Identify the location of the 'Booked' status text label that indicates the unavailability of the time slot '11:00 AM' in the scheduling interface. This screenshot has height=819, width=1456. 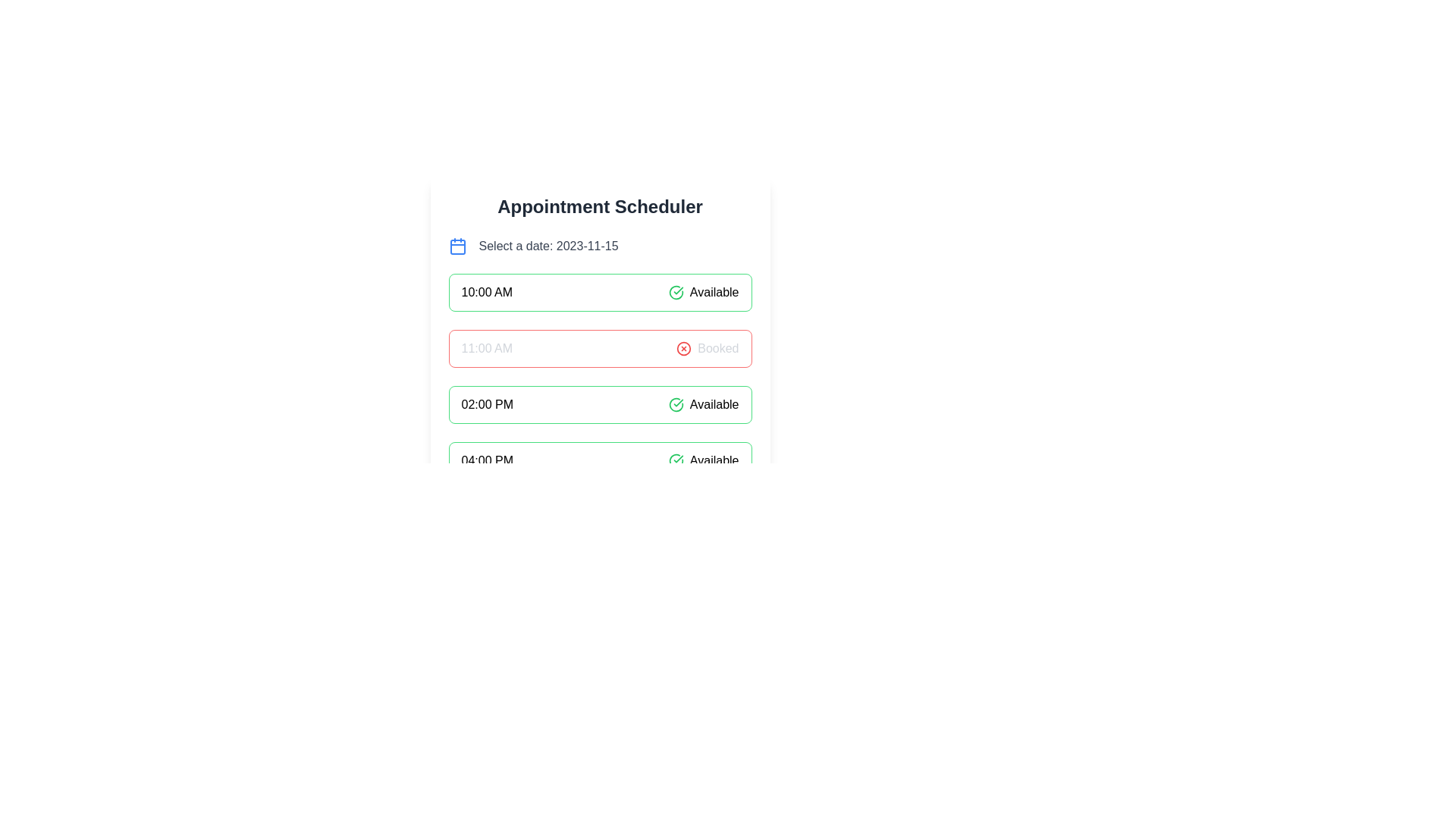
(717, 348).